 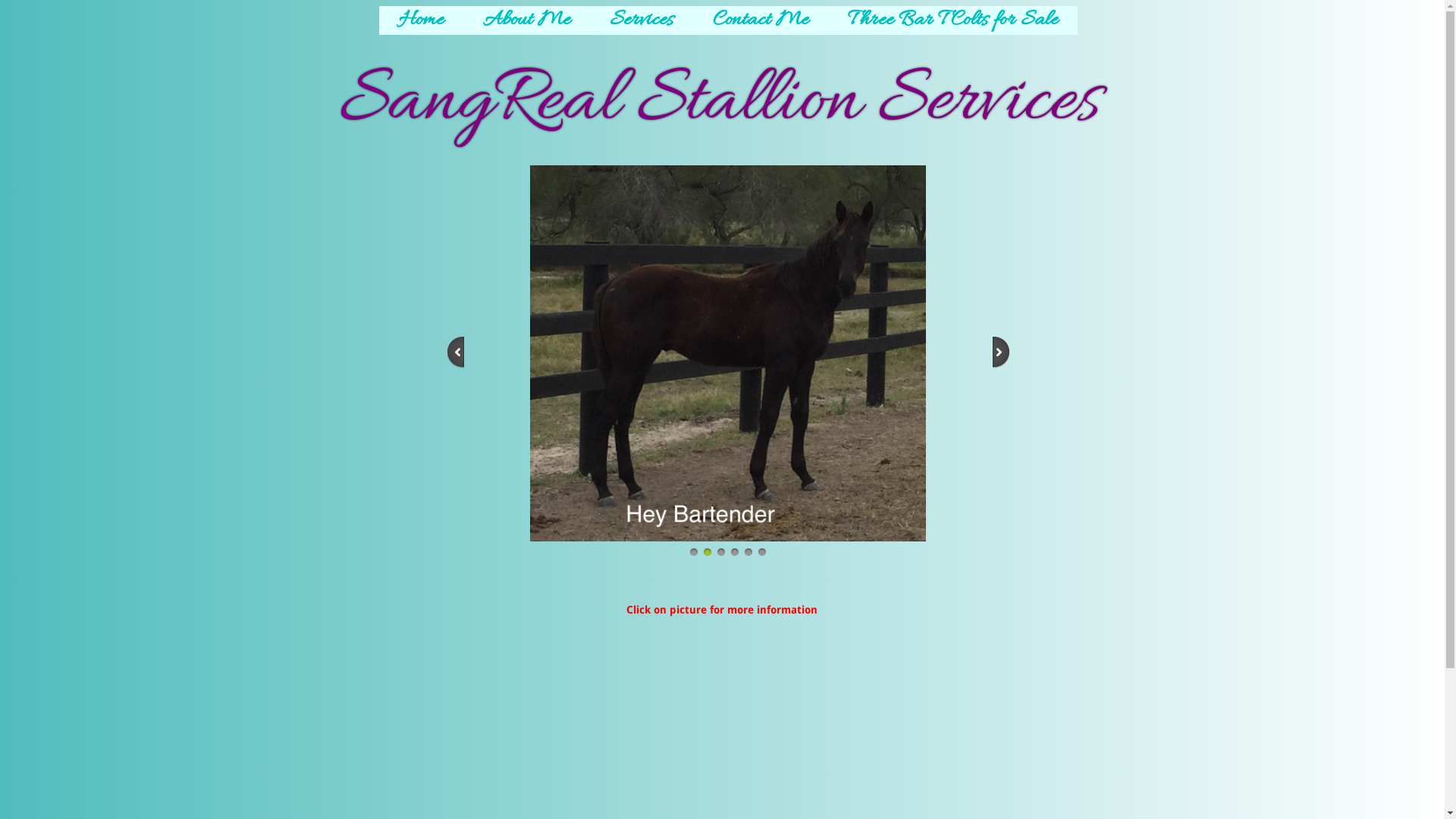 What do you see at coordinates (641, 20) in the screenshot?
I see `'Services'` at bounding box center [641, 20].